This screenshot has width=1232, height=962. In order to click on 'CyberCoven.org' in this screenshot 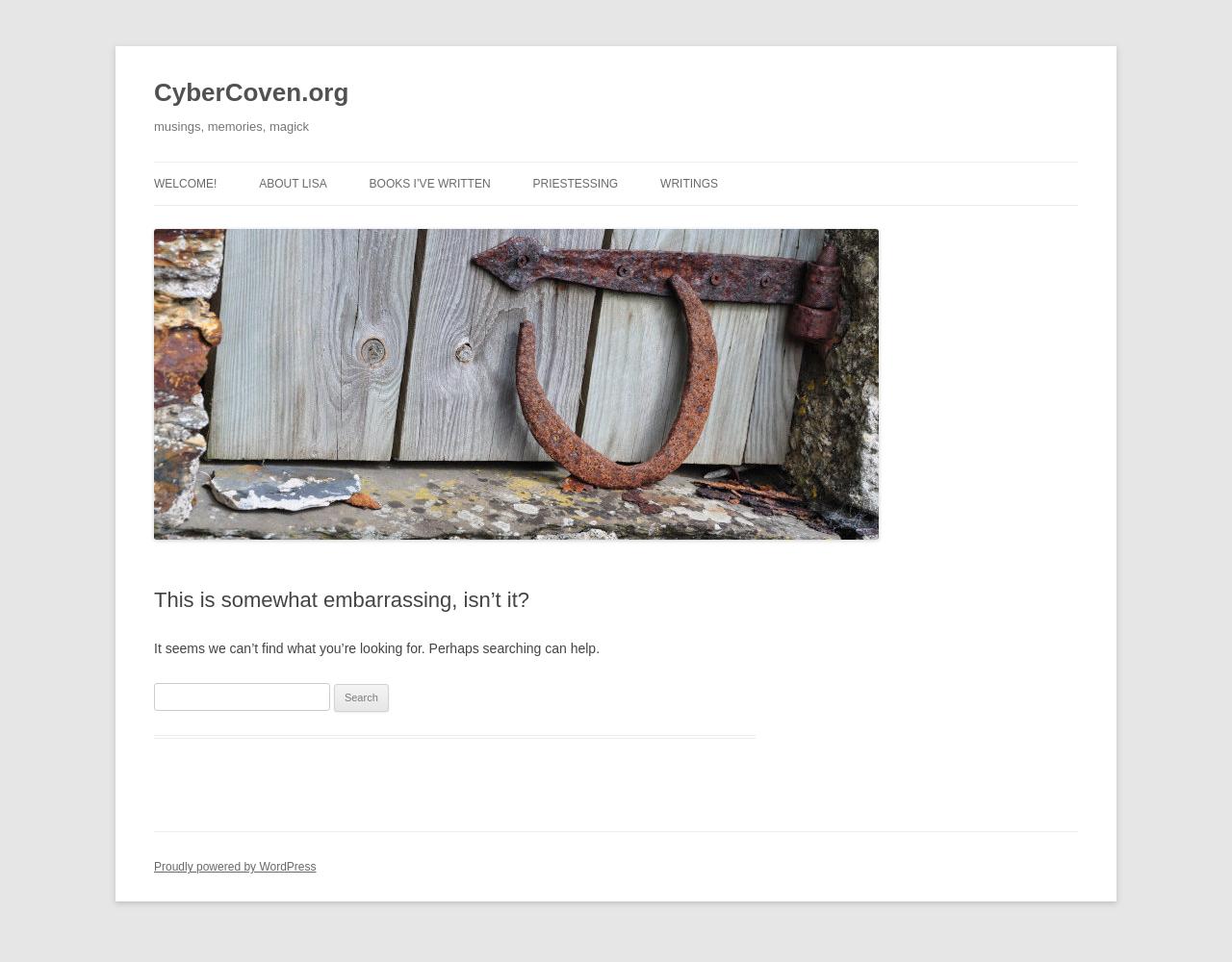, I will do `click(249, 91)`.